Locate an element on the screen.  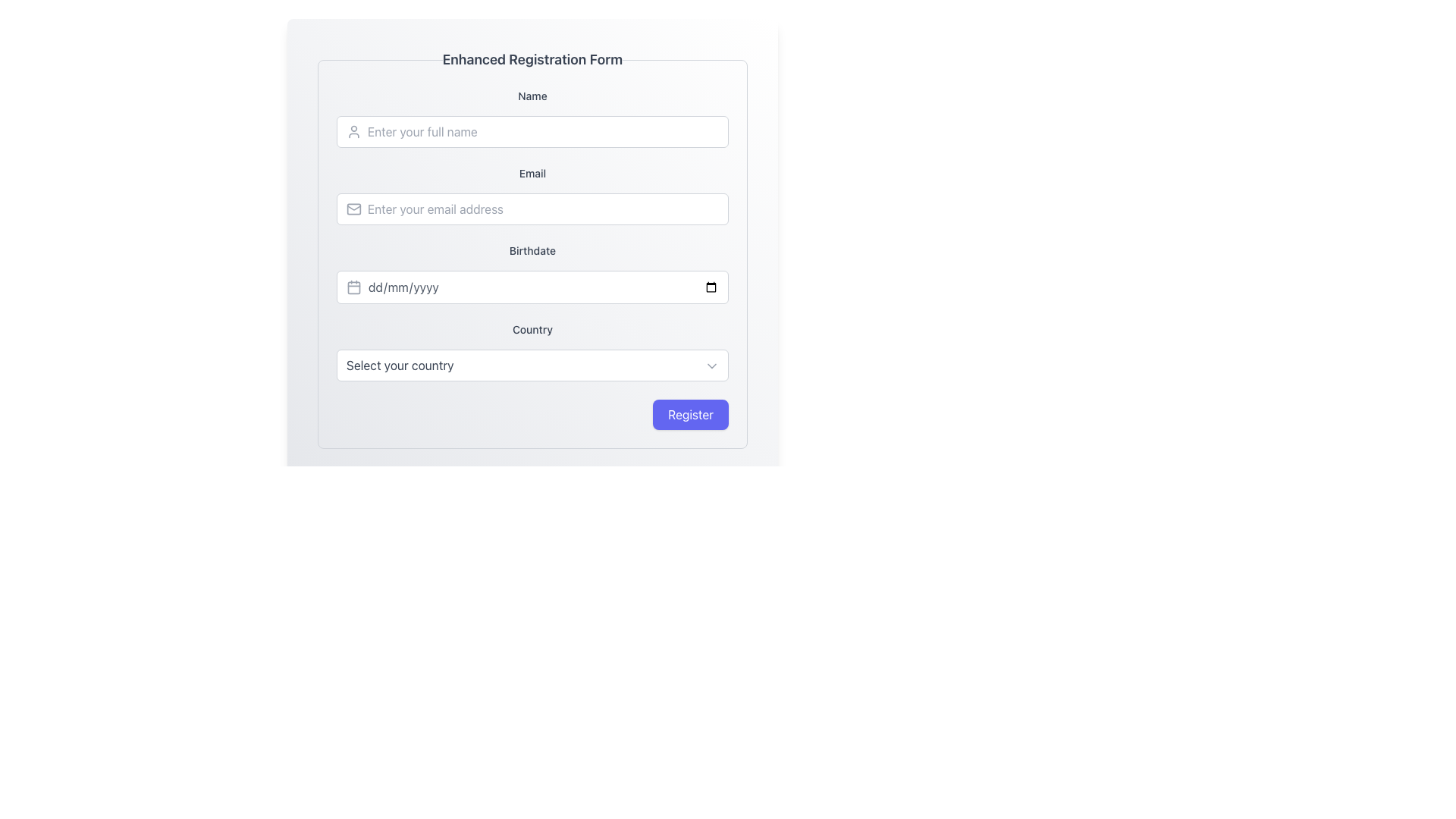
the Date Input Field labeled 'Birthdate' is located at coordinates (543, 287).